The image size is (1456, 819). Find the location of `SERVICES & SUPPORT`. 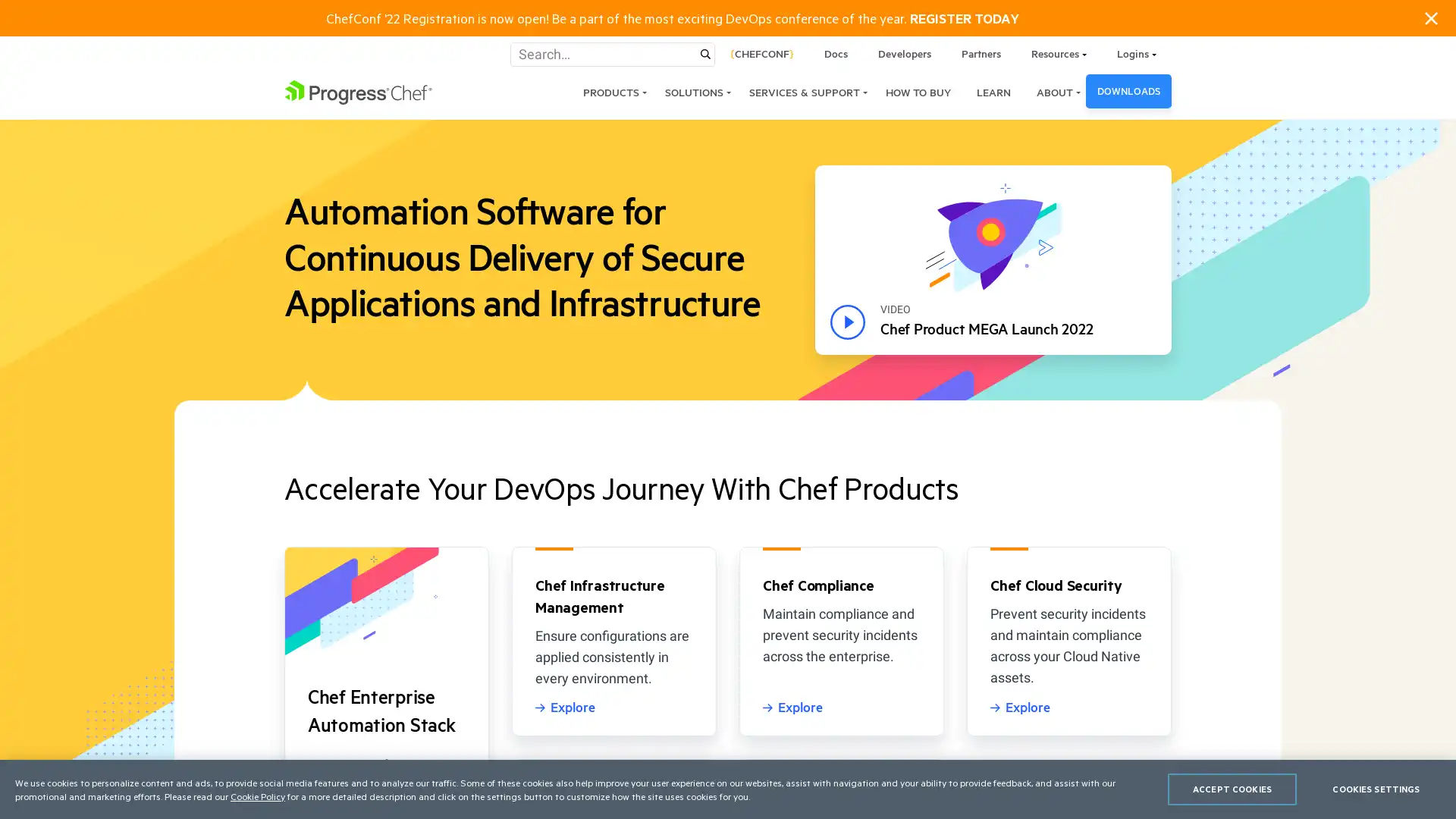

SERVICES & SUPPORT is located at coordinates (770, 93).